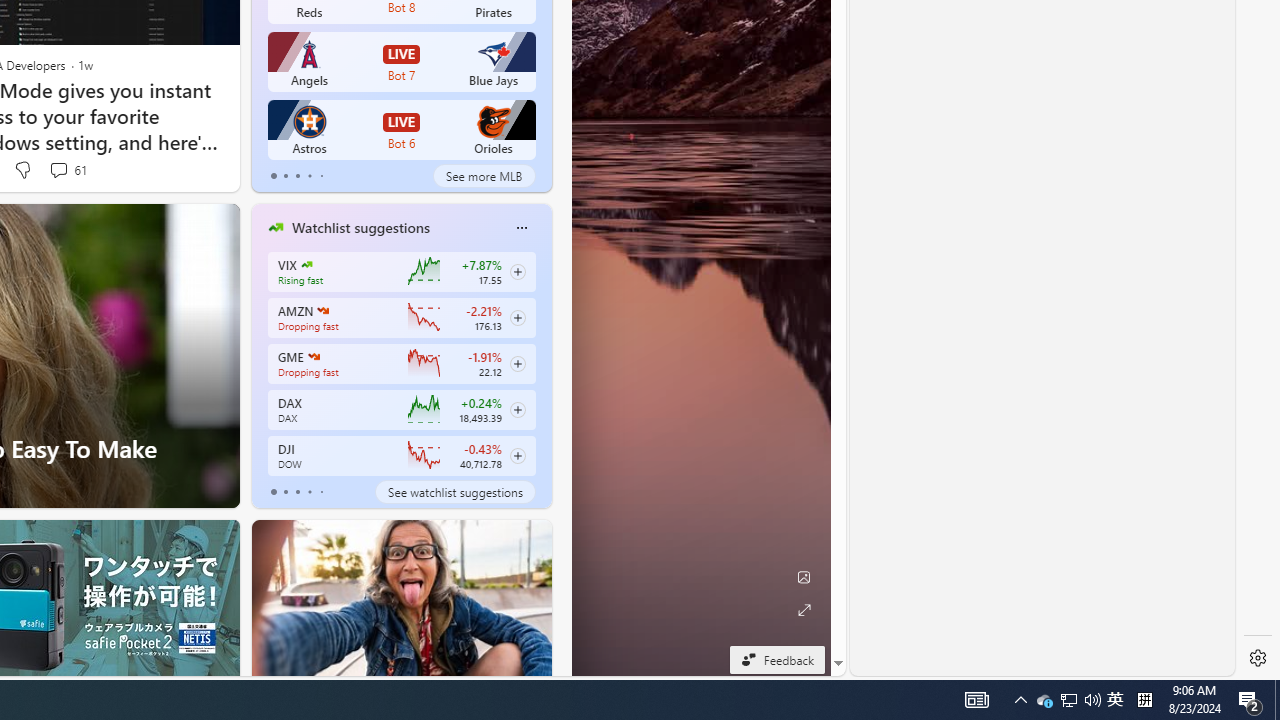  I want to click on 'View comments 61 Comment', so click(58, 168).